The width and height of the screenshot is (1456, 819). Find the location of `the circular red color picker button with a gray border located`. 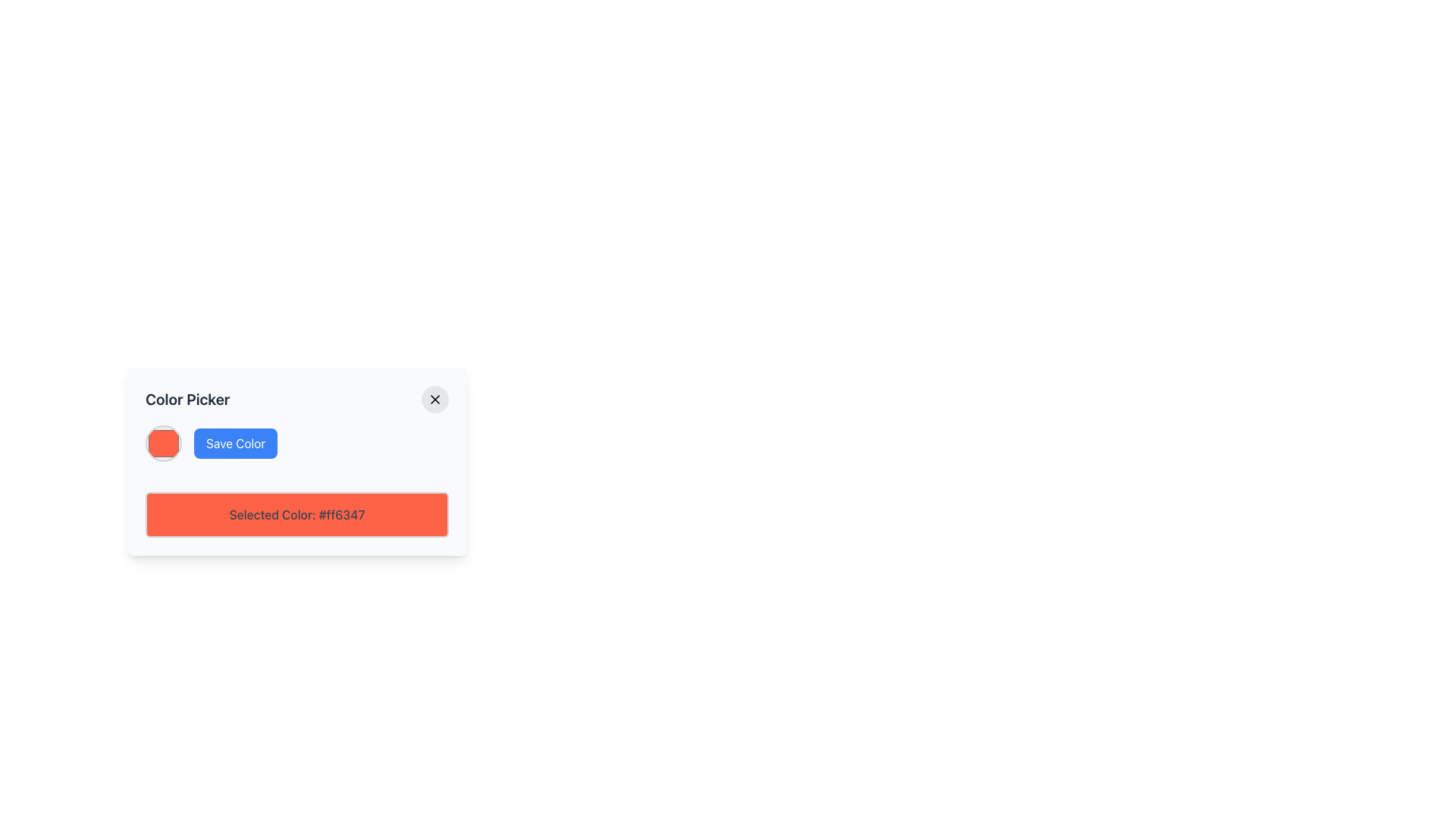

the circular red color picker button with a gray border located is located at coordinates (164, 444).